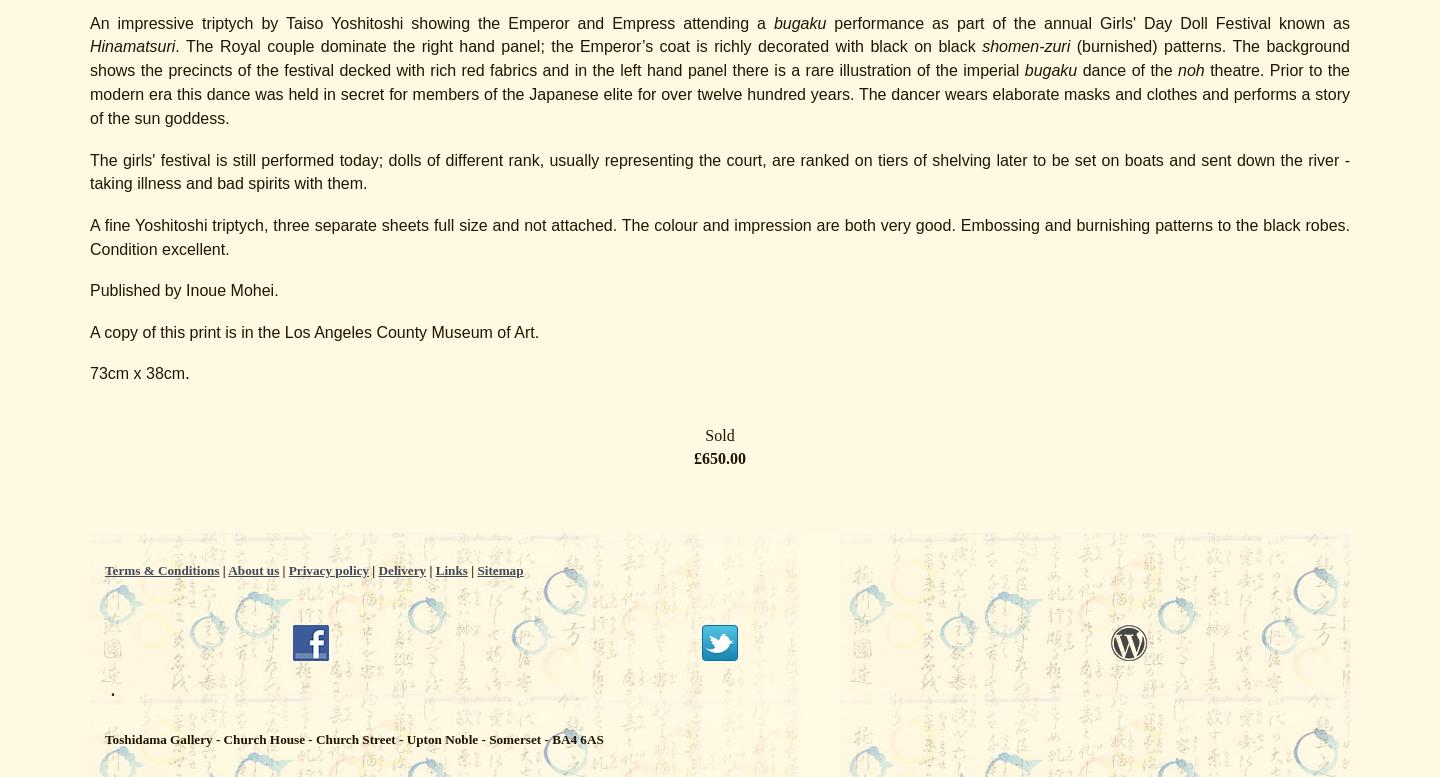 This screenshot has height=777, width=1440. What do you see at coordinates (1087, 22) in the screenshot?
I see `'performance as part of the annual Girls' Day Doll Festival known as'` at bounding box center [1087, 22].